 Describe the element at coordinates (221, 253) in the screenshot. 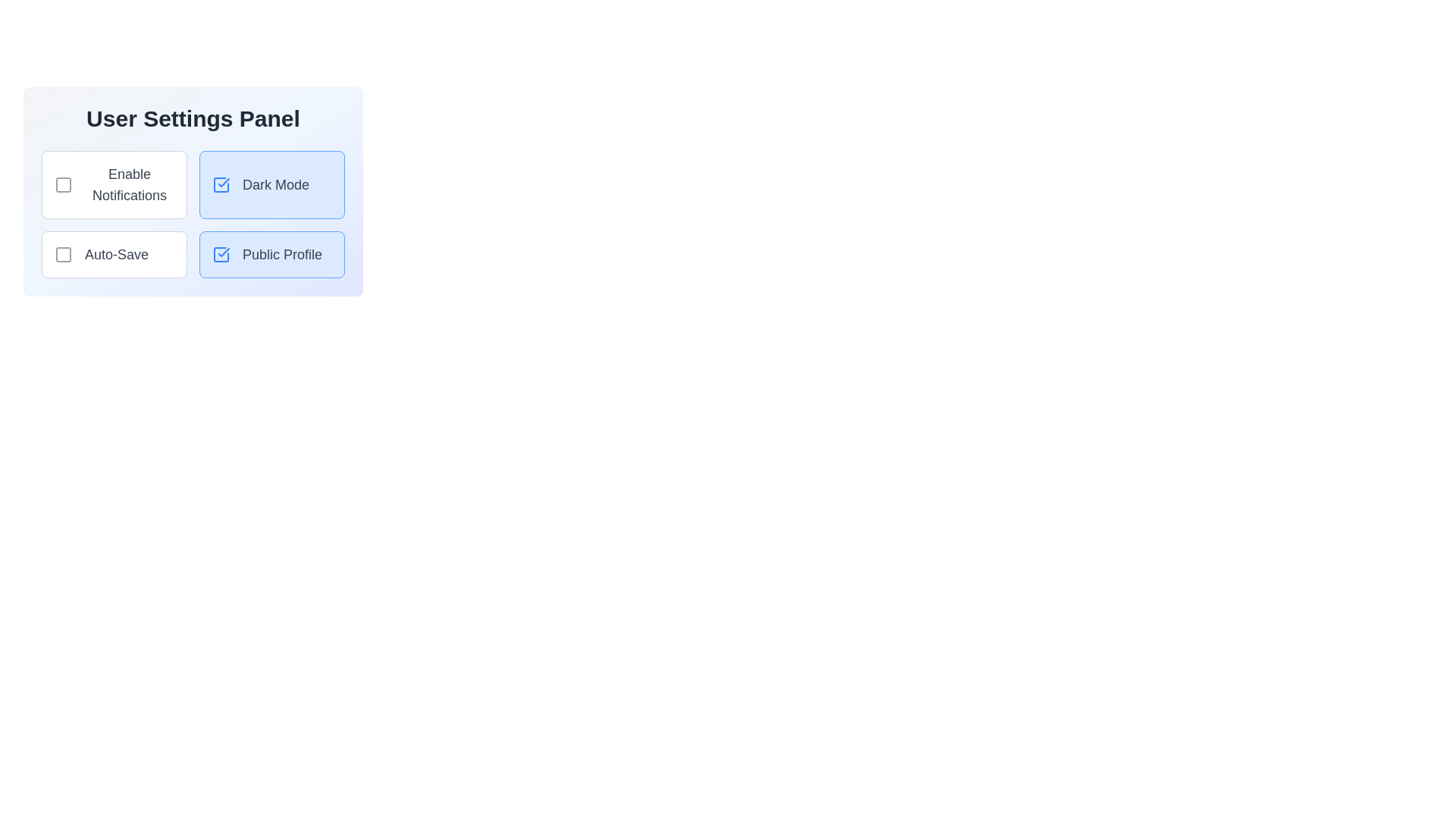

I see `the blue outlined checkmark icon located to the left of the 'Public Profile' text within the 'Public Profile' button` at that location.